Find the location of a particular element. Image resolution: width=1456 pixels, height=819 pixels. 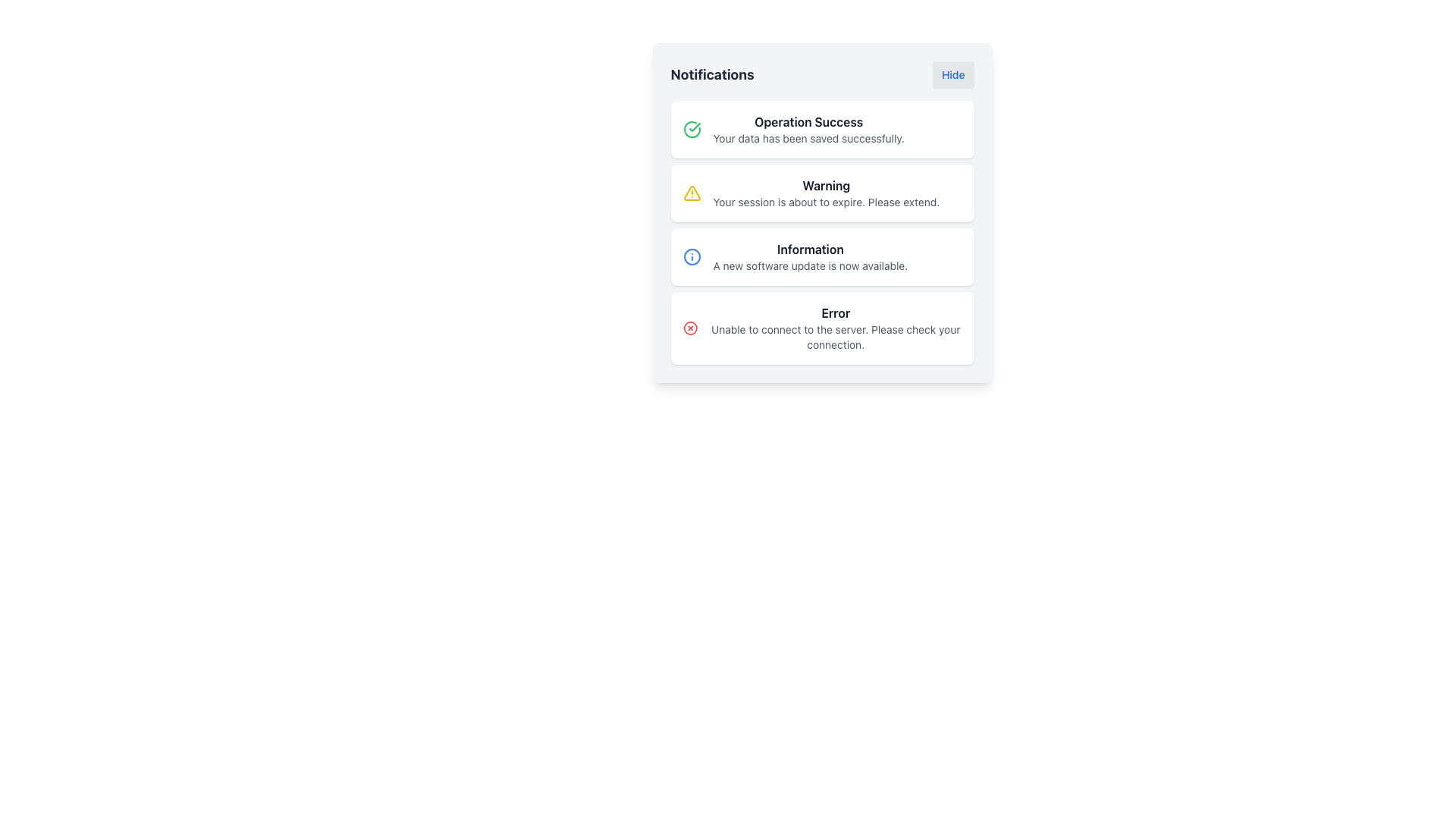

the circular icon with a blue border and white background, which is part of the 'Information' icon in the notification list is located at coordinates (691, 256).